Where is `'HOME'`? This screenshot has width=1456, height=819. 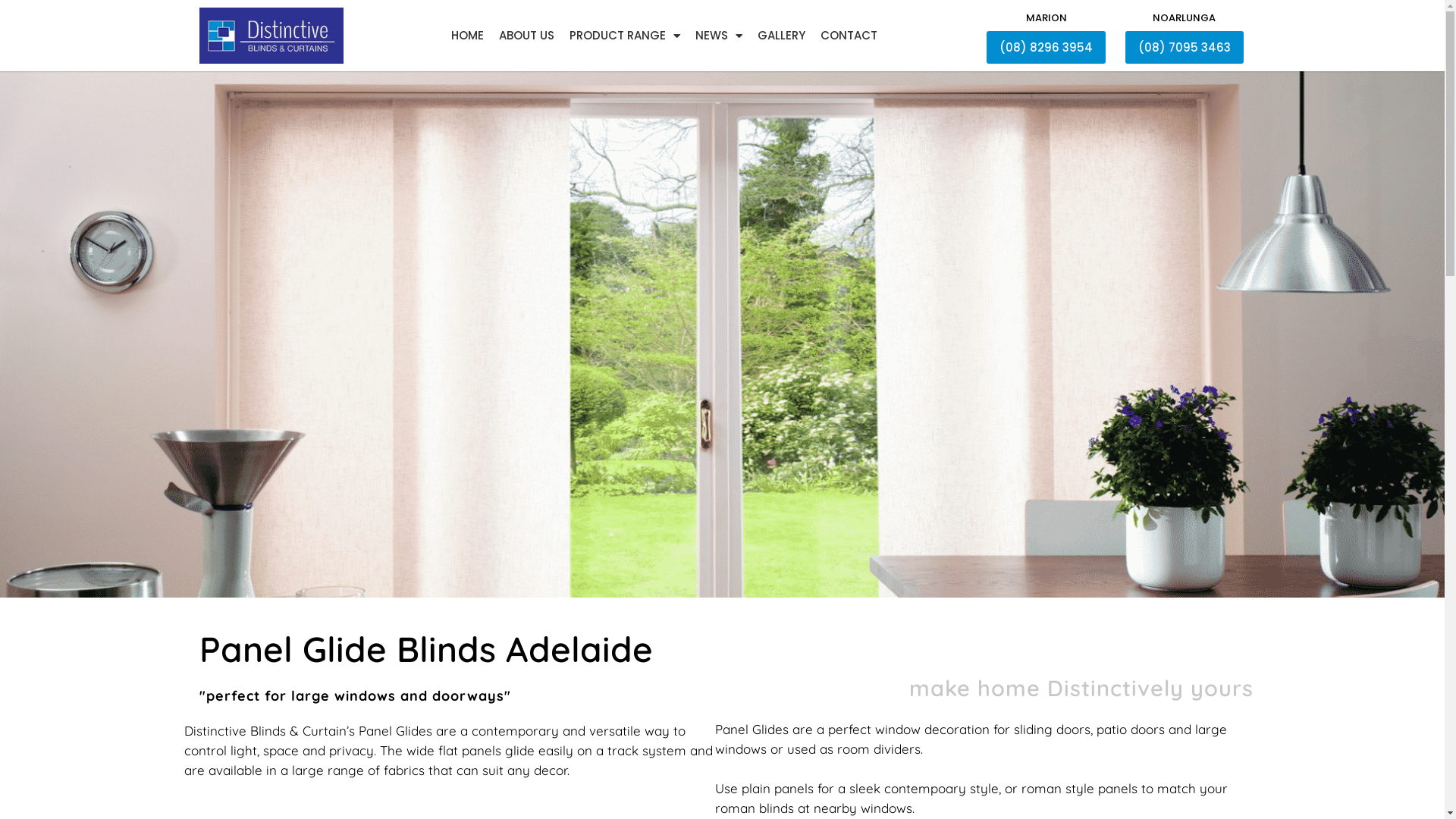
'HOME' is located at coordinates (466, 34).